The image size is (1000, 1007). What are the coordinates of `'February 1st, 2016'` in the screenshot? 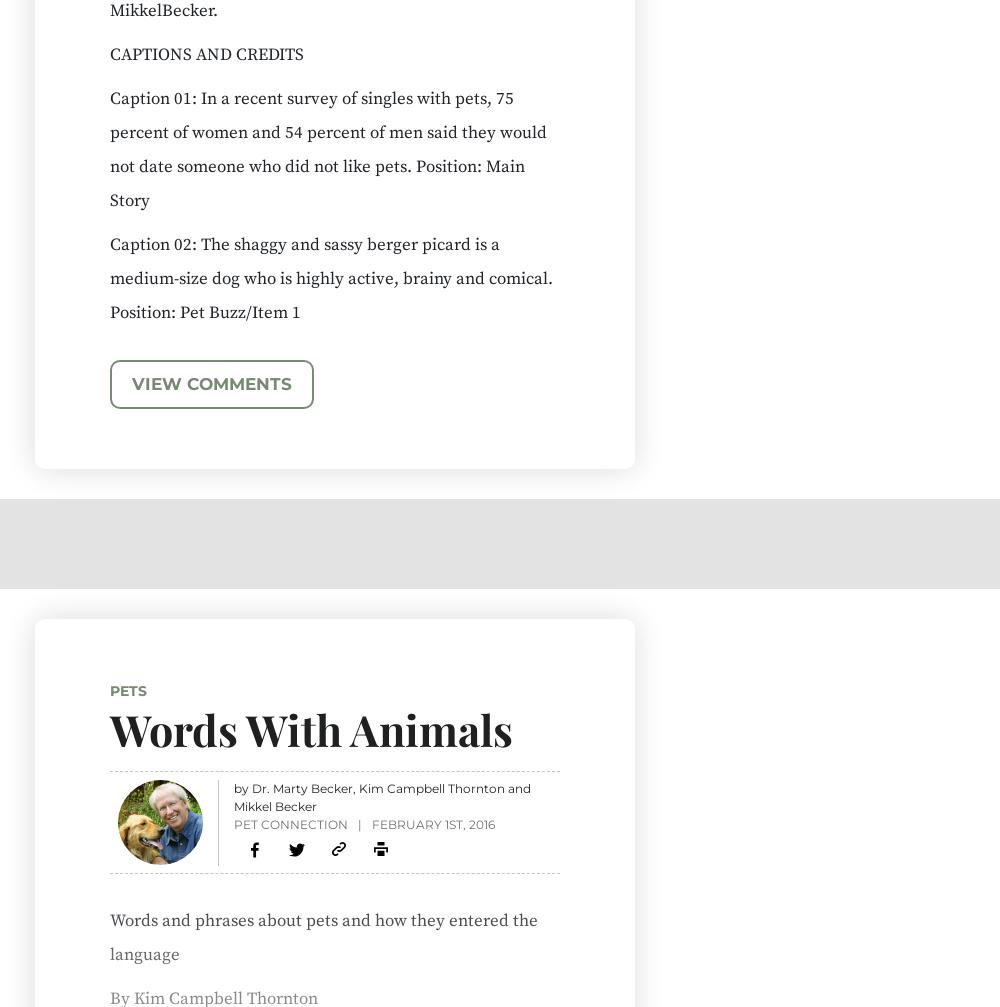 It's located at (432, 822).